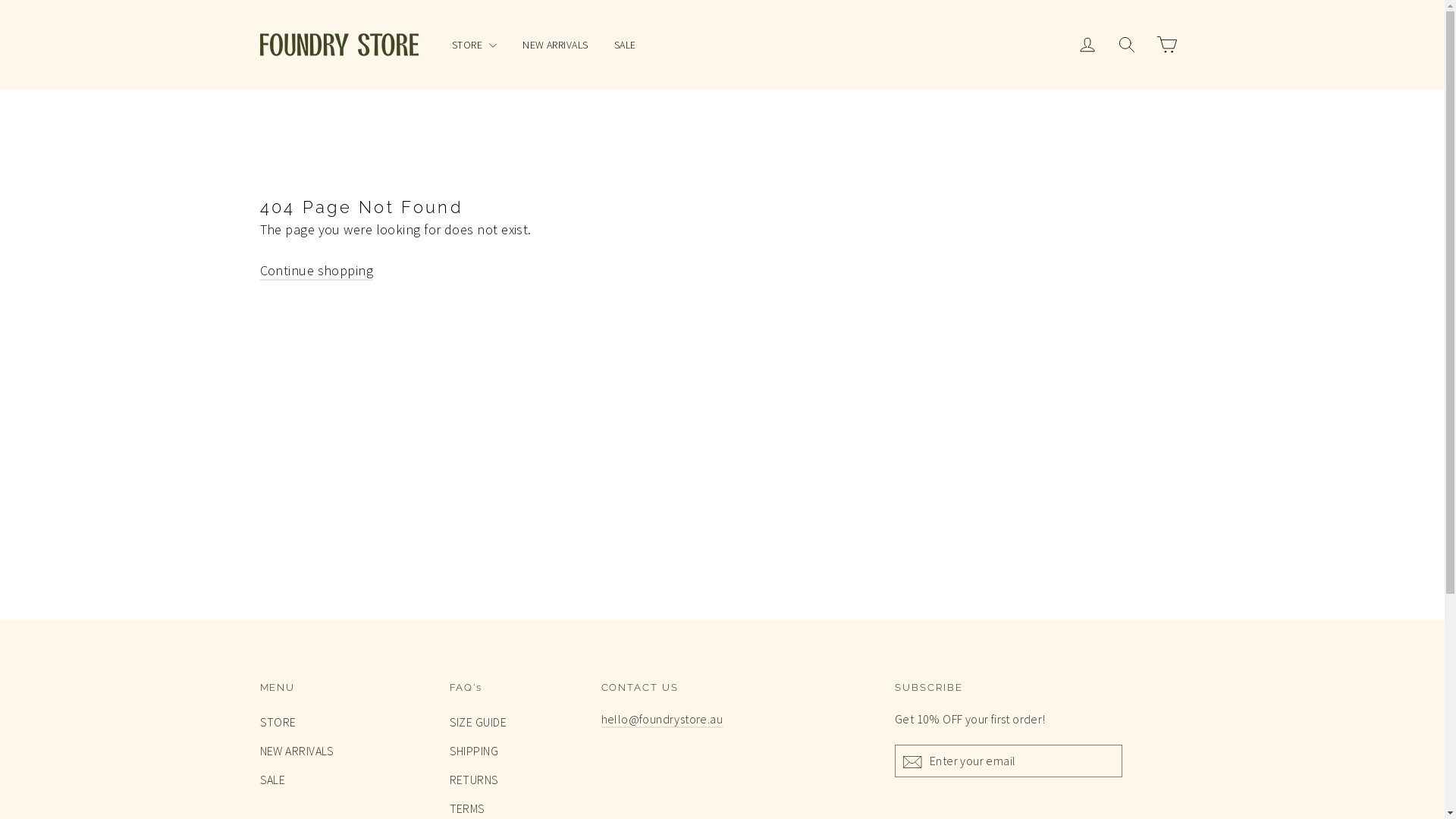 This screenshot has width=1456, height=819. Describe the element at coordinates (439, 43) in the screenshot. I see `'STORE'` at that location.